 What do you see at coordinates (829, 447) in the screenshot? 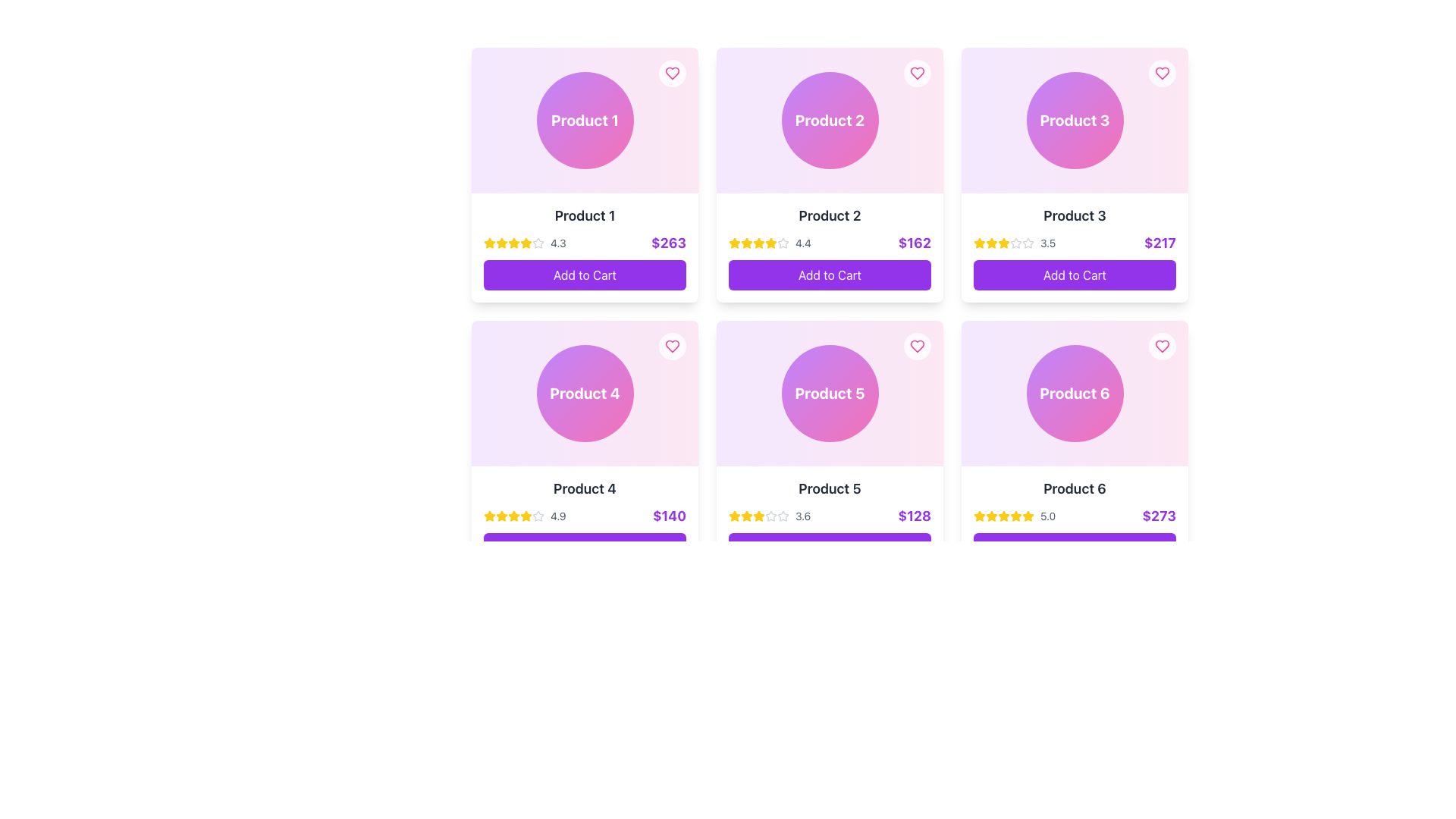
I see `the Product card component located in the second row, second column of the grid layout` at bounding box center [829, 447].